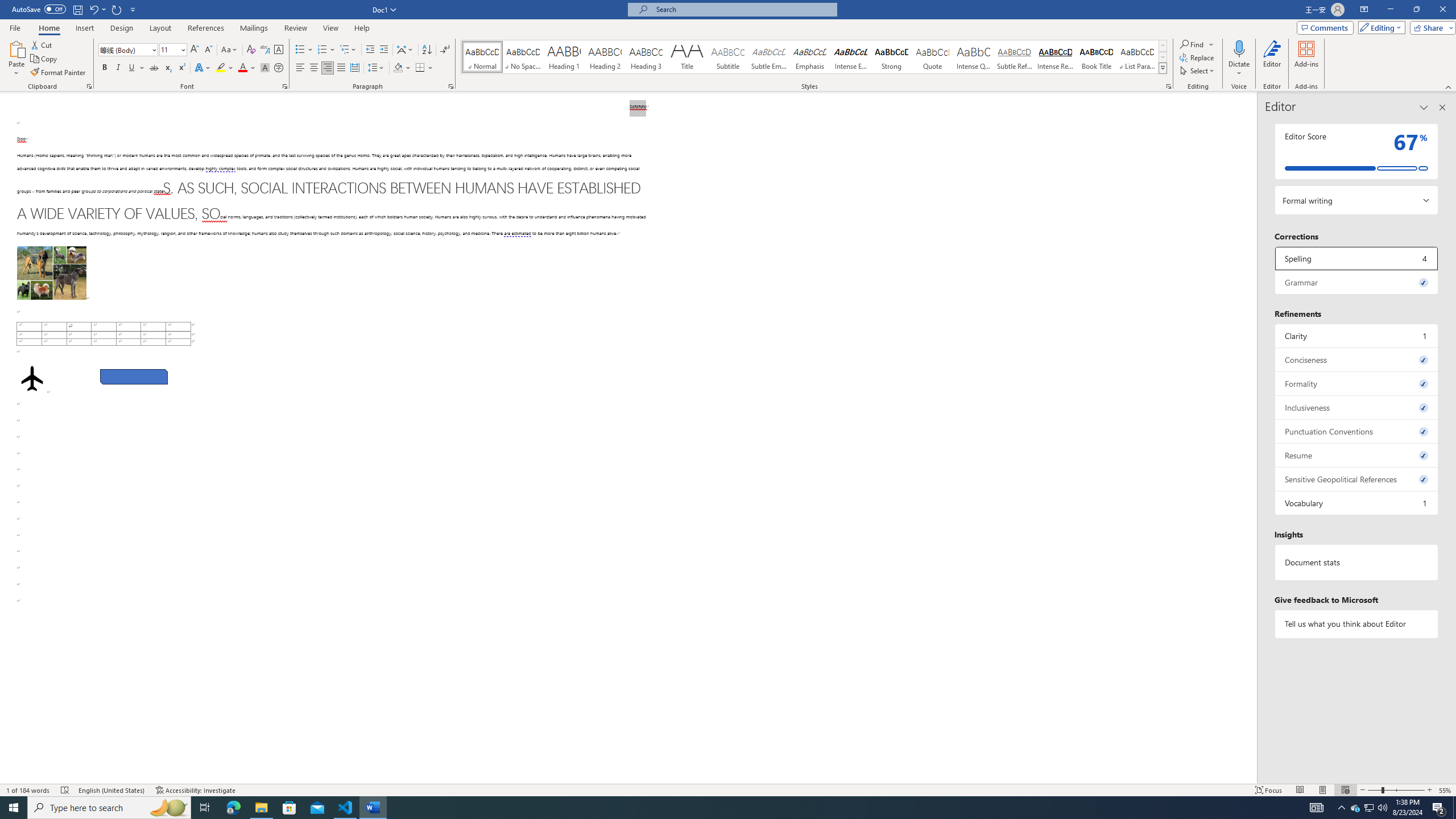 This screenshot has height=819, width=1456. What do you see at coordinates (1015, 56) in the screenshot?
I see `'Subtle Reference'` at bounding box center [1015, 56].